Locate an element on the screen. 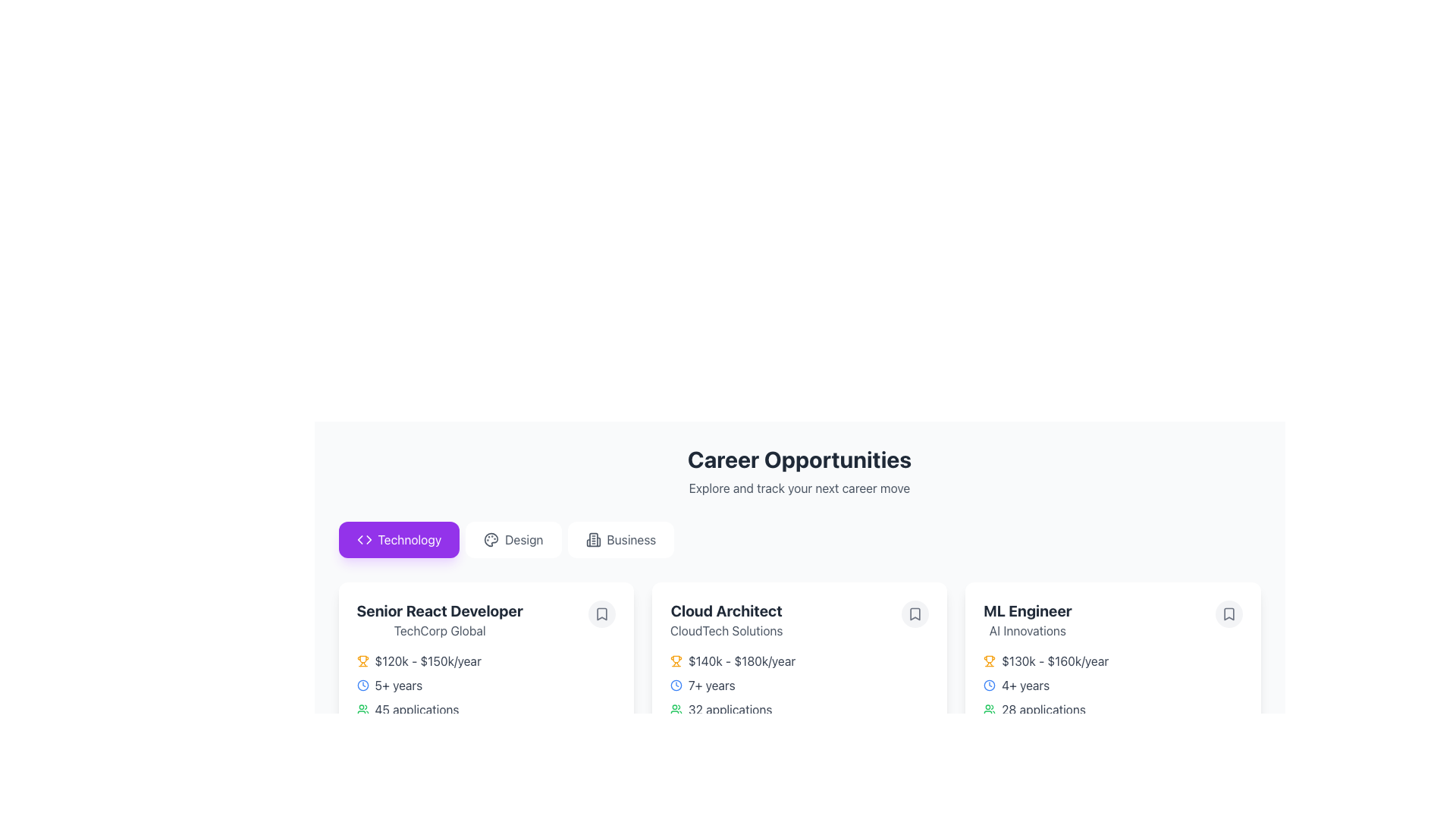 This screenshot has width=1456, height=819. textual header displaying 'Career Opportunities' and its subtitle 'Explore and track your next career move', which is located at the top center of the content section is located at coordinates (799, 470).